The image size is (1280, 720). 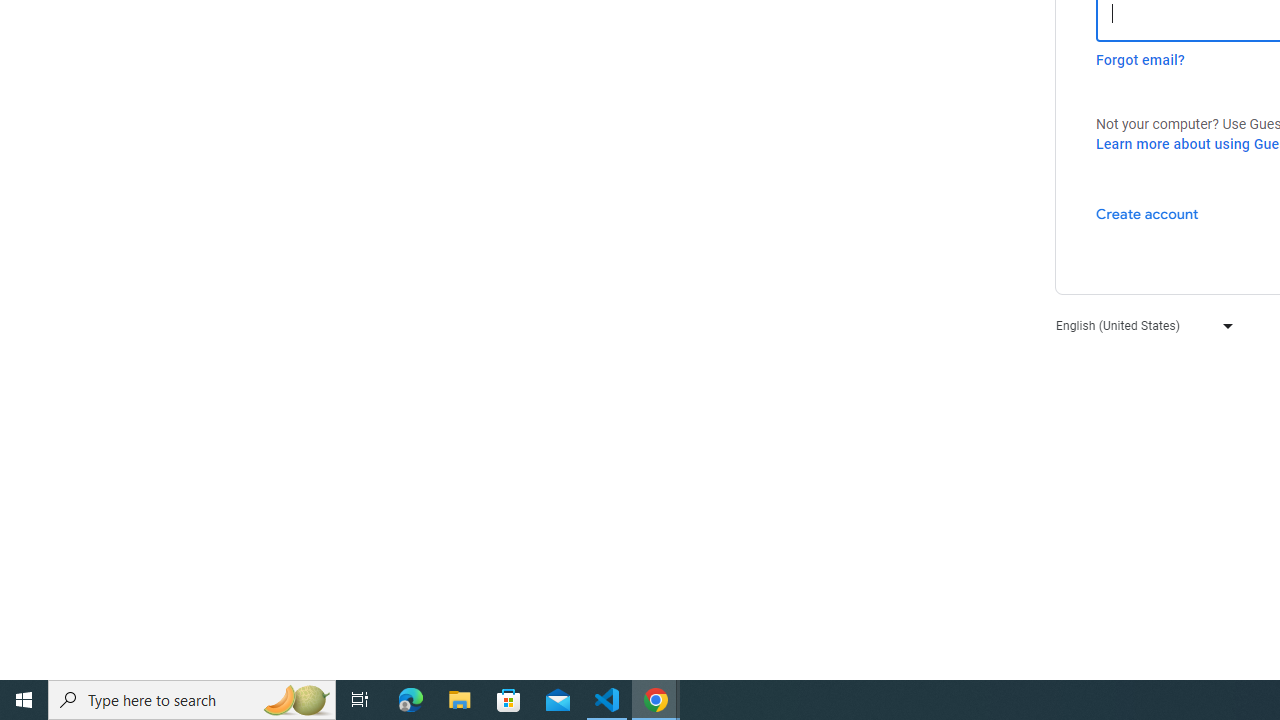 What do you see at coordinates (1146, 213) in the screenshot?
I see `'Create account'` at bounding box center [1146, 213].